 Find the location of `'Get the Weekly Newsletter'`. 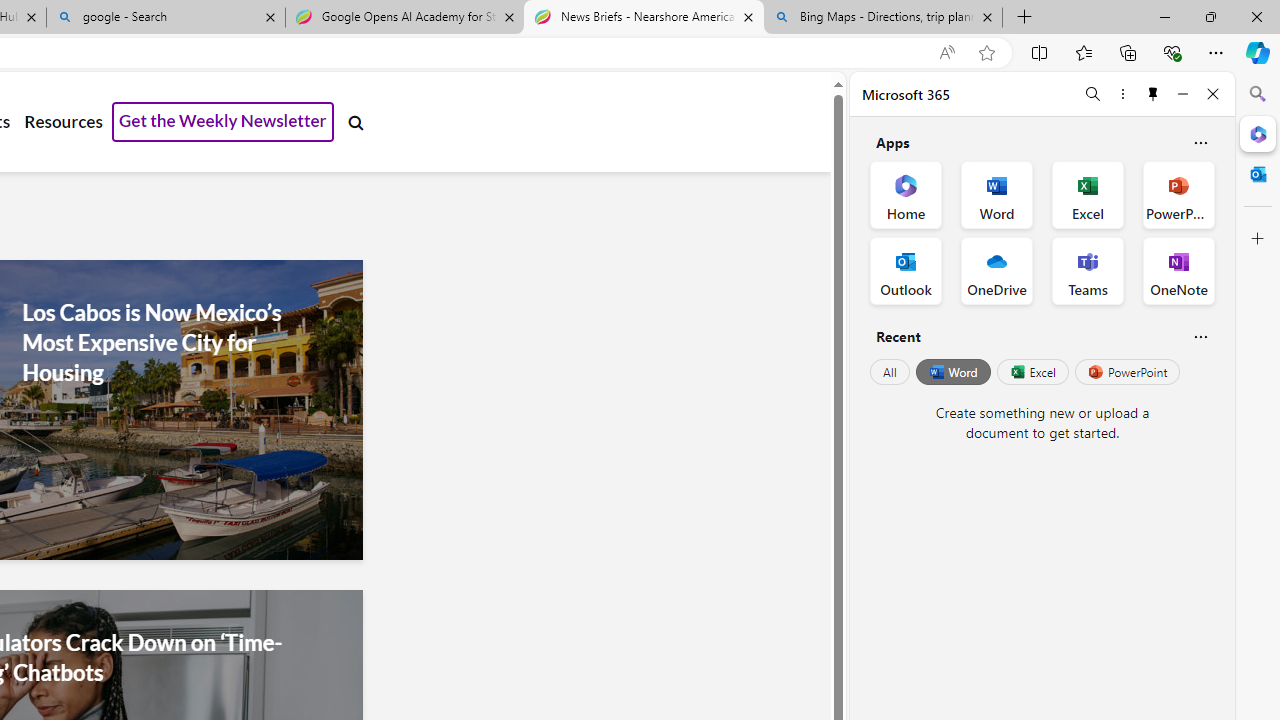

'Get the Weekly Newsletter' is located at coordinates (223, 122).